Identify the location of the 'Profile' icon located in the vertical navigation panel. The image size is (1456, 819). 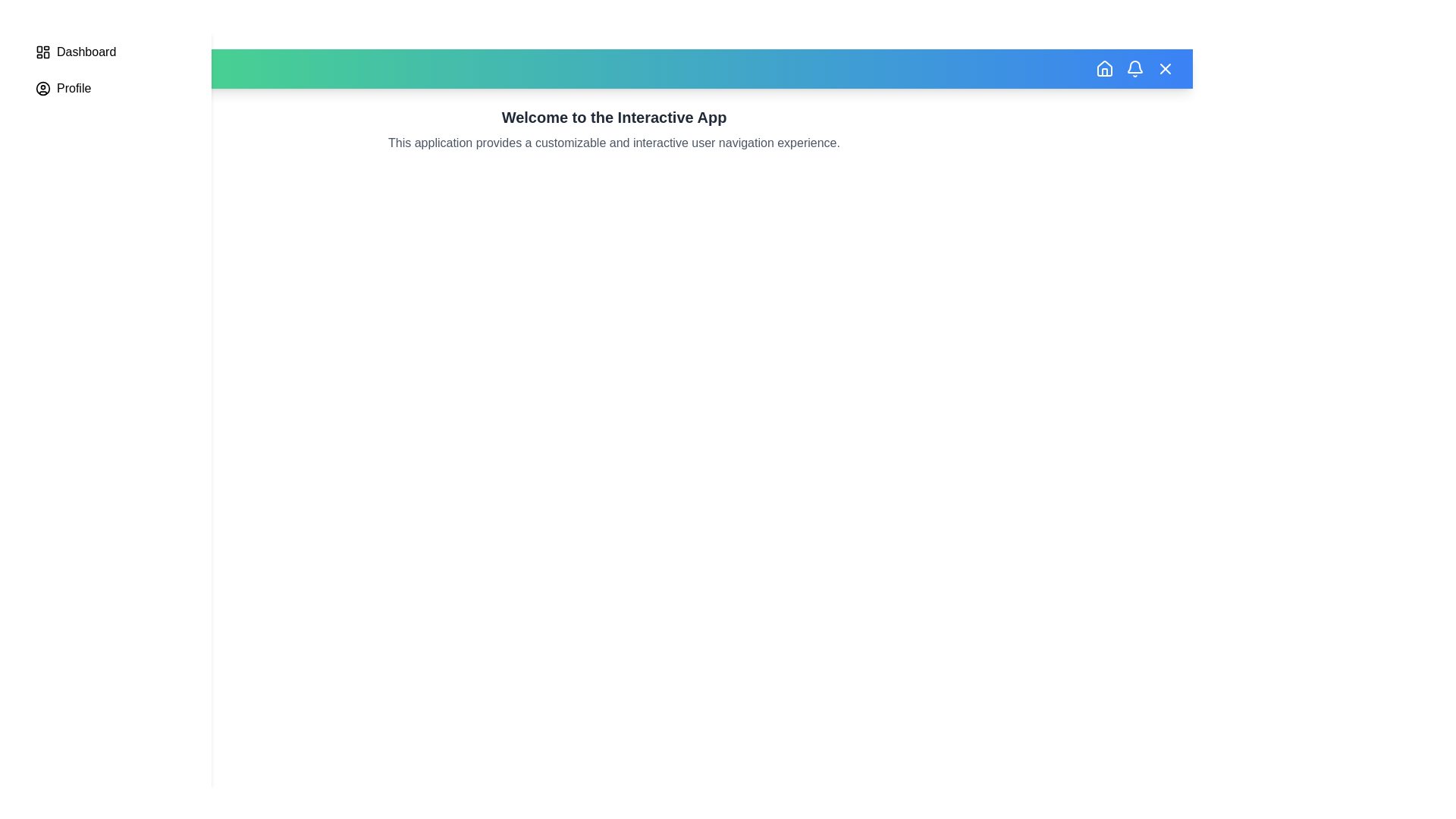
(43, 88).